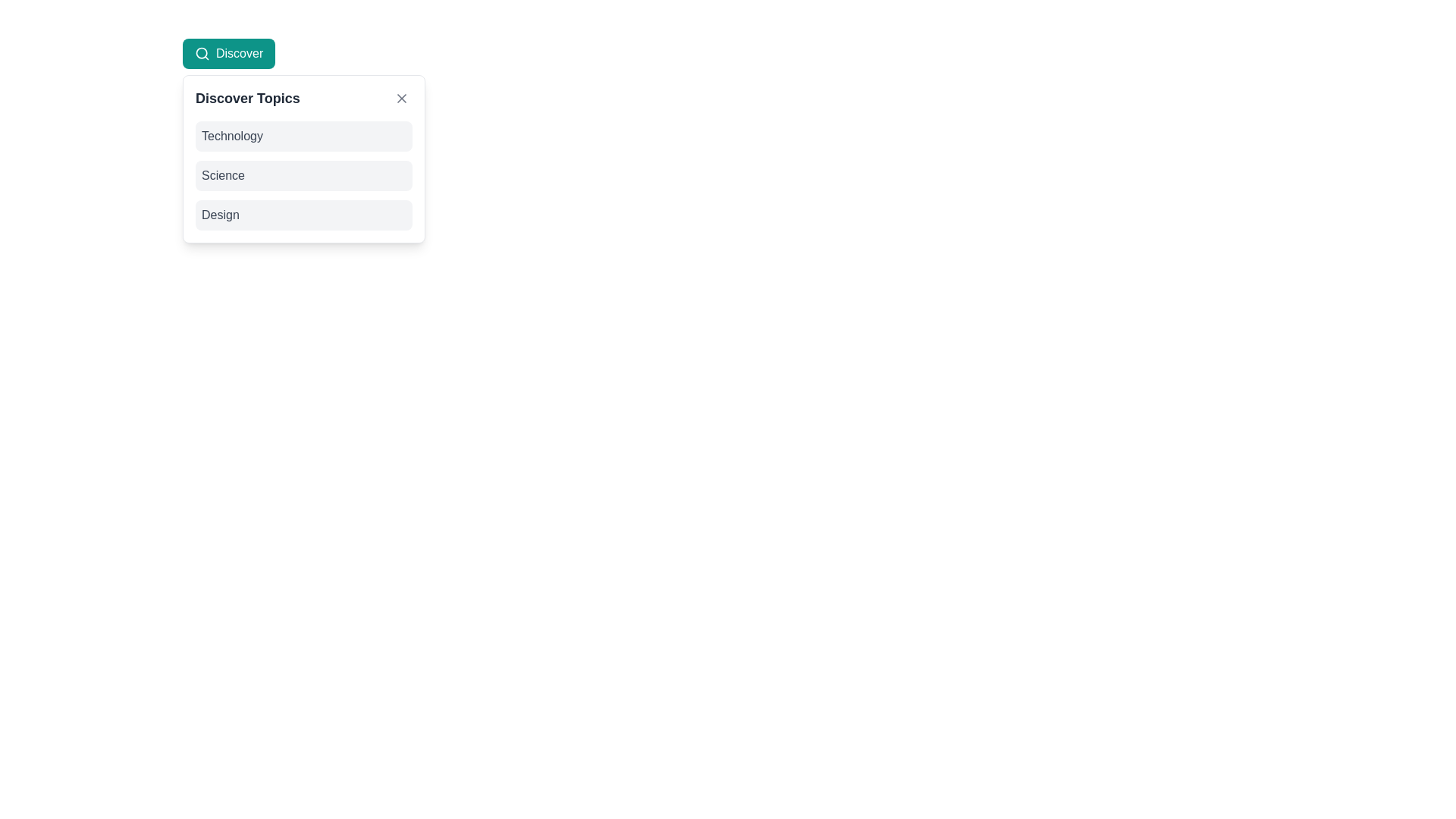 This screenshot has width=1456, height=819. I want to click on the 'Science' selectable list item, which is the second item in the vertical list under the 'Discover Topics' section, so click(303, 174).